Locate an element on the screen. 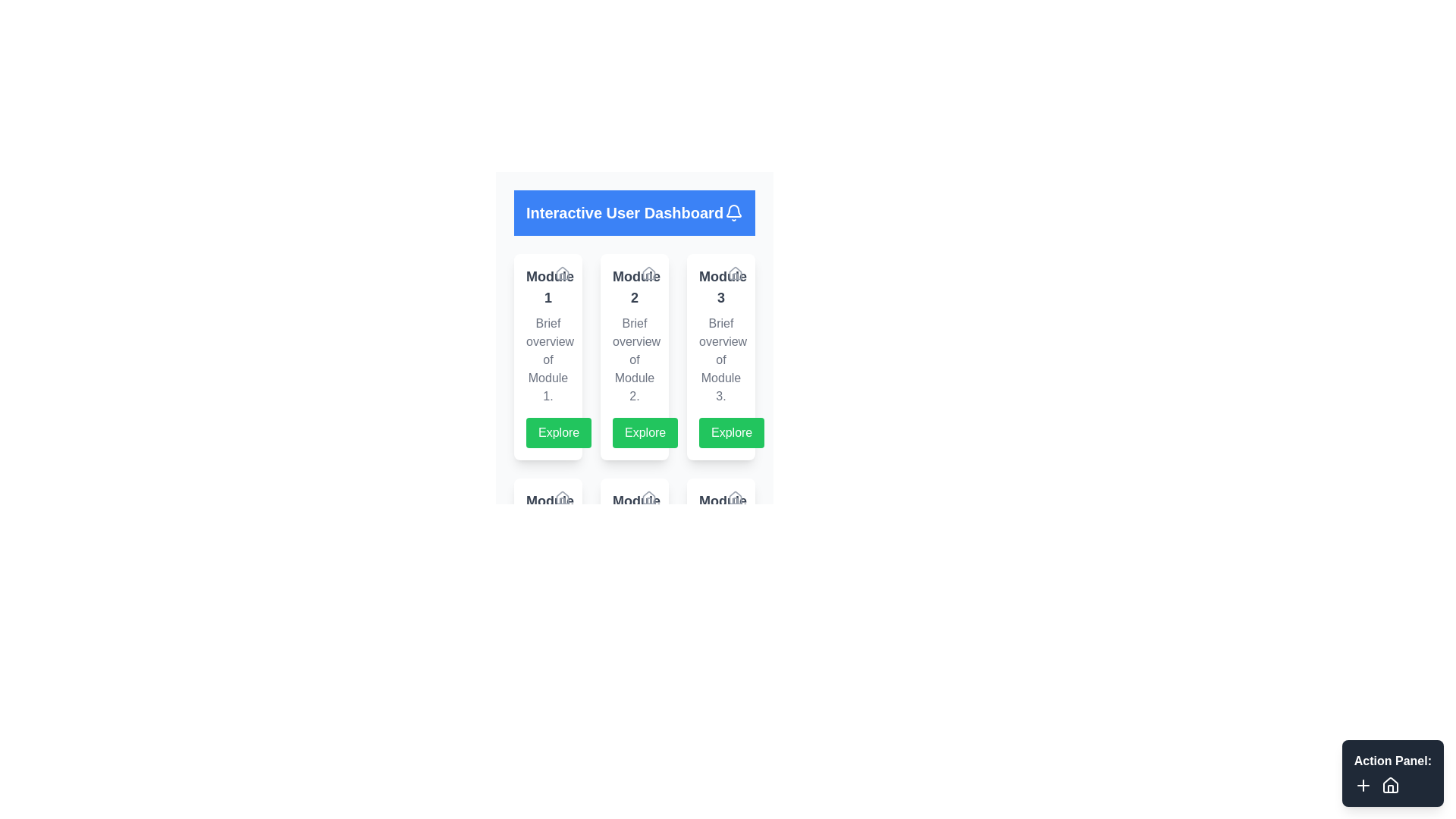  the 'Module 2' card element, which features a green 'Explore' button at the bottom, located in the second column of the first row is located at coordinates (634, 328).